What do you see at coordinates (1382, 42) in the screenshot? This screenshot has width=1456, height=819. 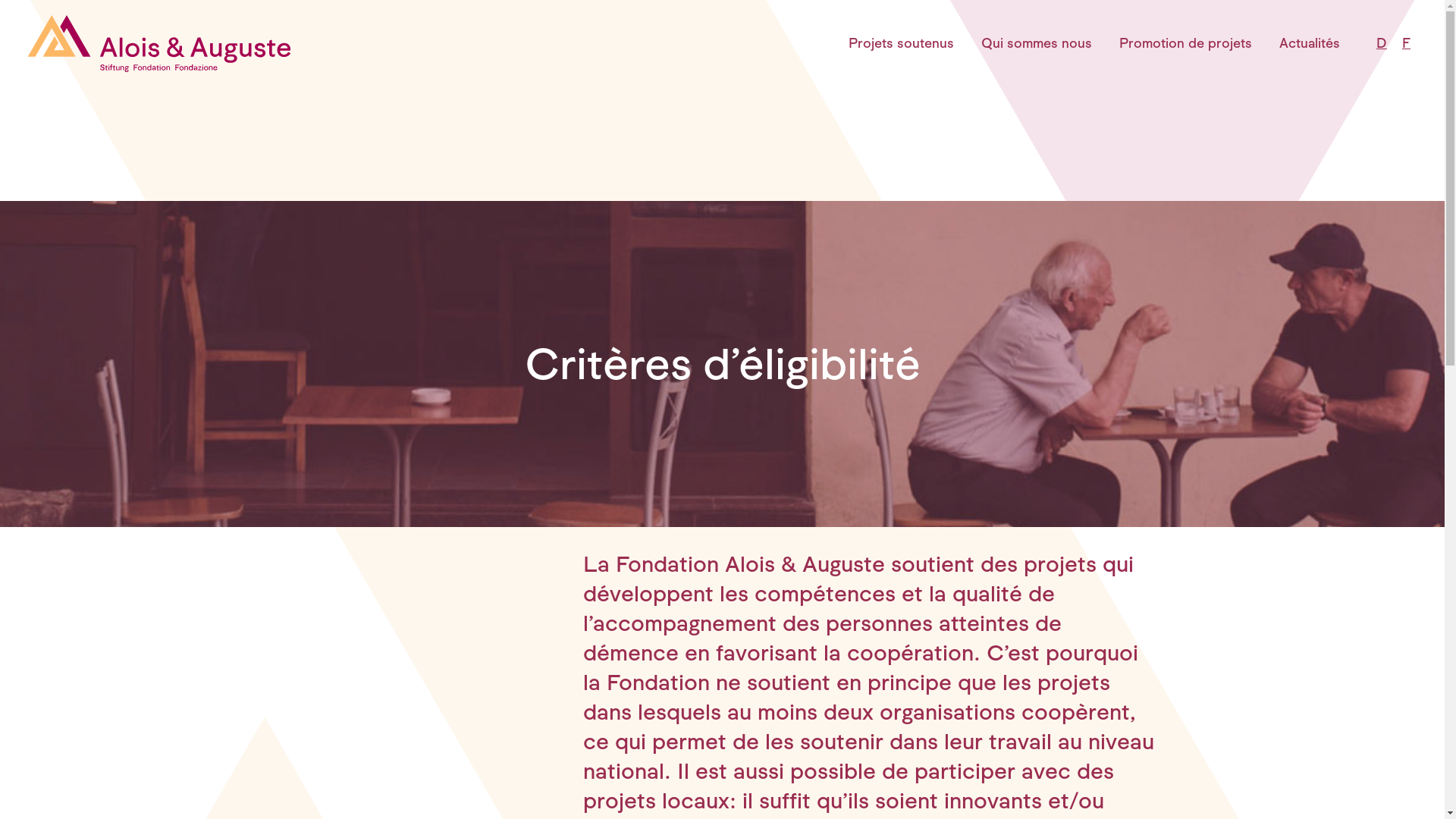 I see `'D'` at bounding box center [1382, 42].